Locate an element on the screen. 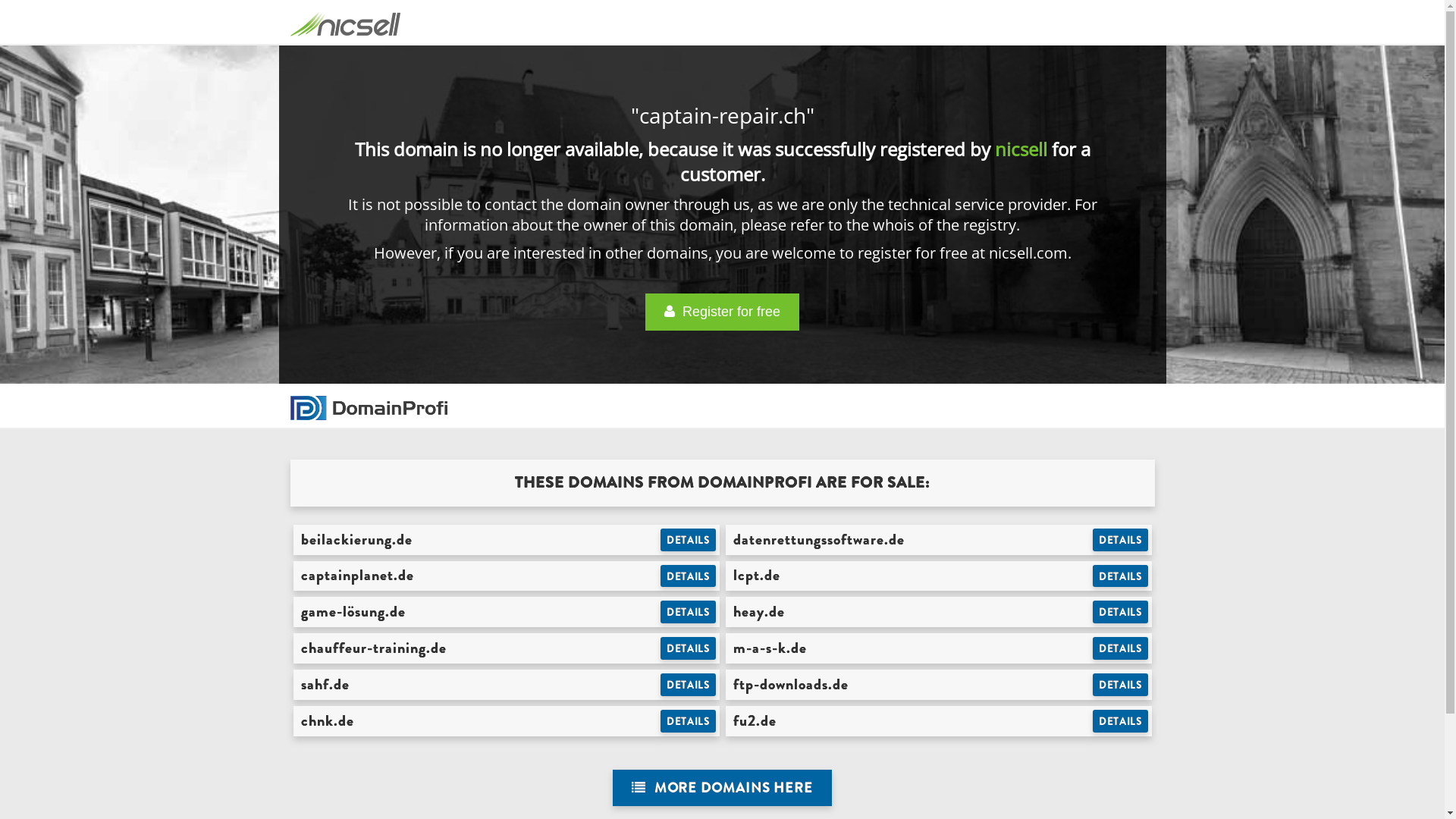 This screenshot has height=819, width=1456. 'DETAILS' is located at coordinates (687, 610).